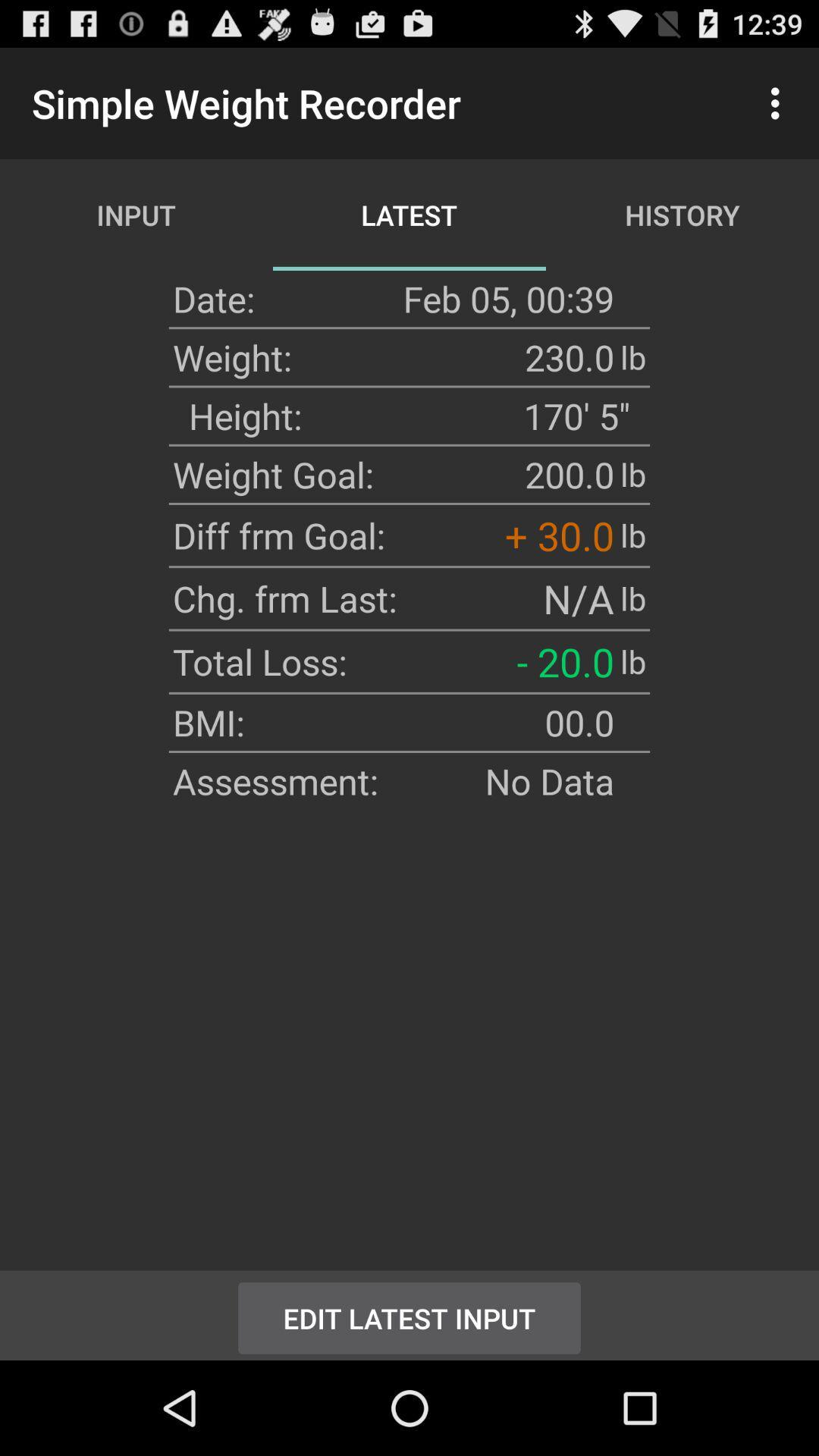  Describe the element at coordinates (779, 102) in the screenshot. I see `icon next to history app` at that location.